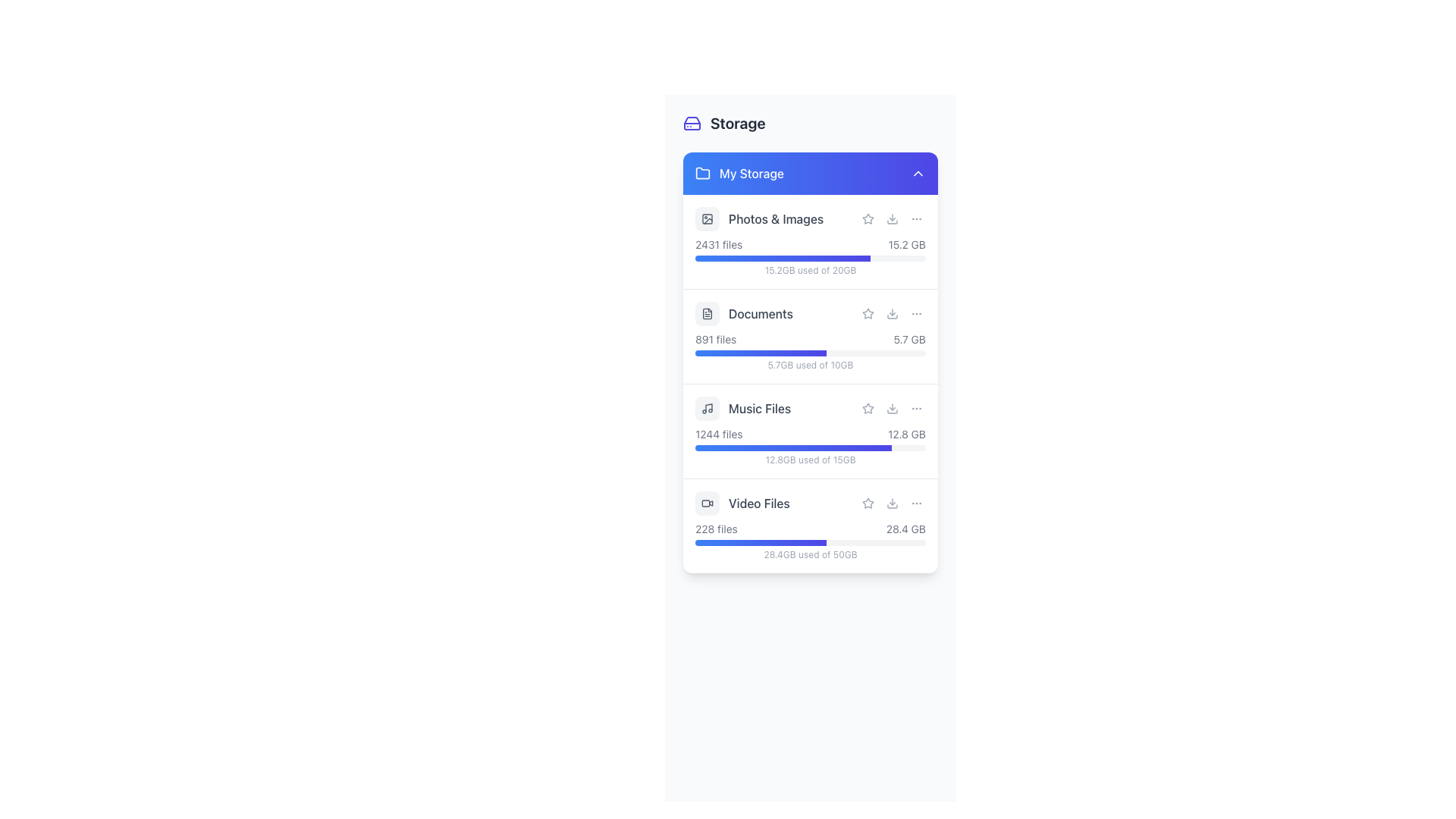  I want to click on the horizontal progress bar located in the 'Photos & Images' section of the 'My Storage' panel, which is positioned below the '2431 files 15.2 GB' text and above the '15.2GB used of 20GB' text, so click(810, 257).